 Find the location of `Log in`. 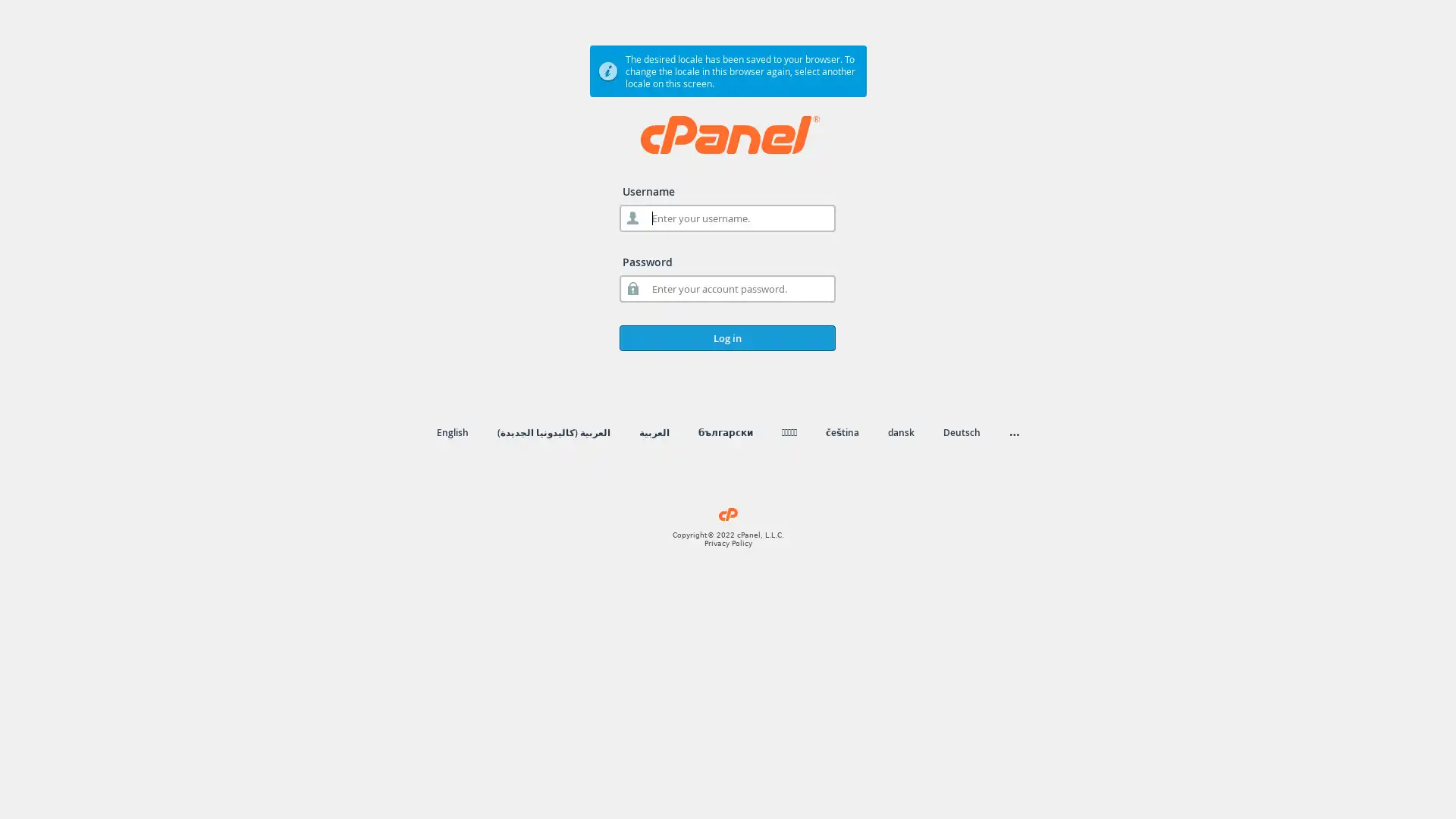

Log in is located at coordinates (726, 337).